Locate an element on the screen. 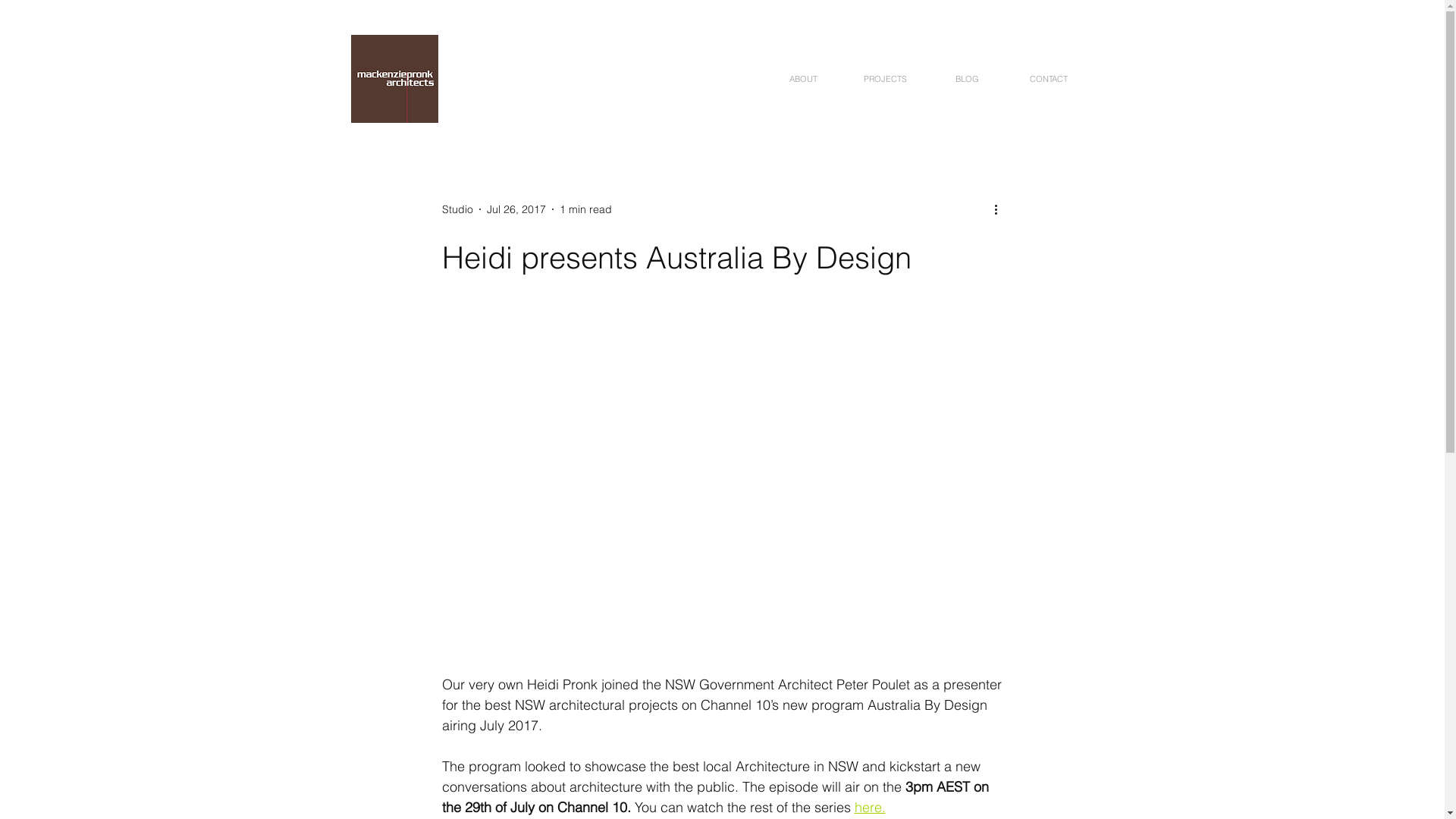  'here.' is located at coordinates (869, 806).